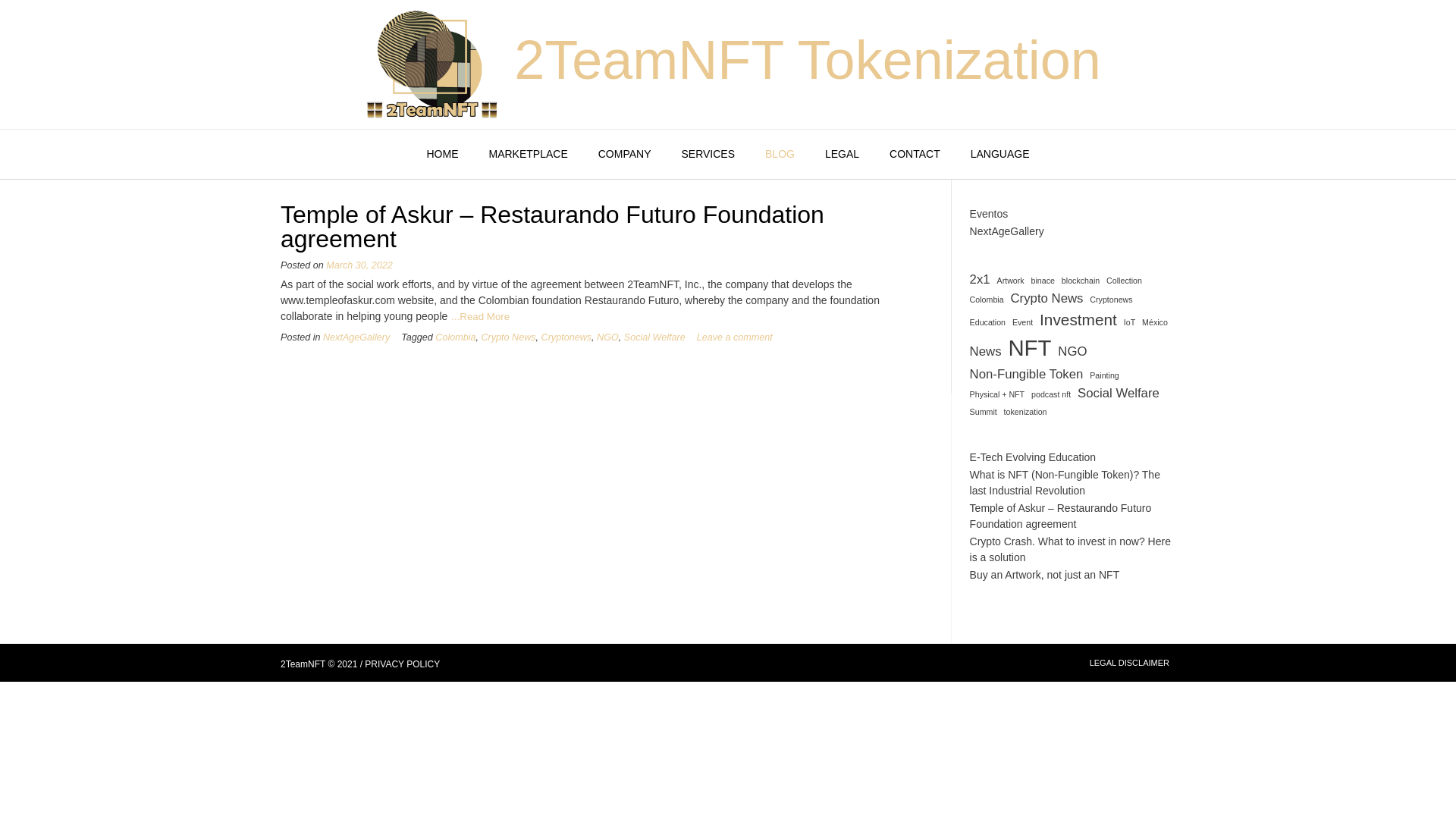 The image size is (1456, 819). Describe the element at coordinates (1050, 394) in the screenshot. I see `'podcast nft'` at that location.